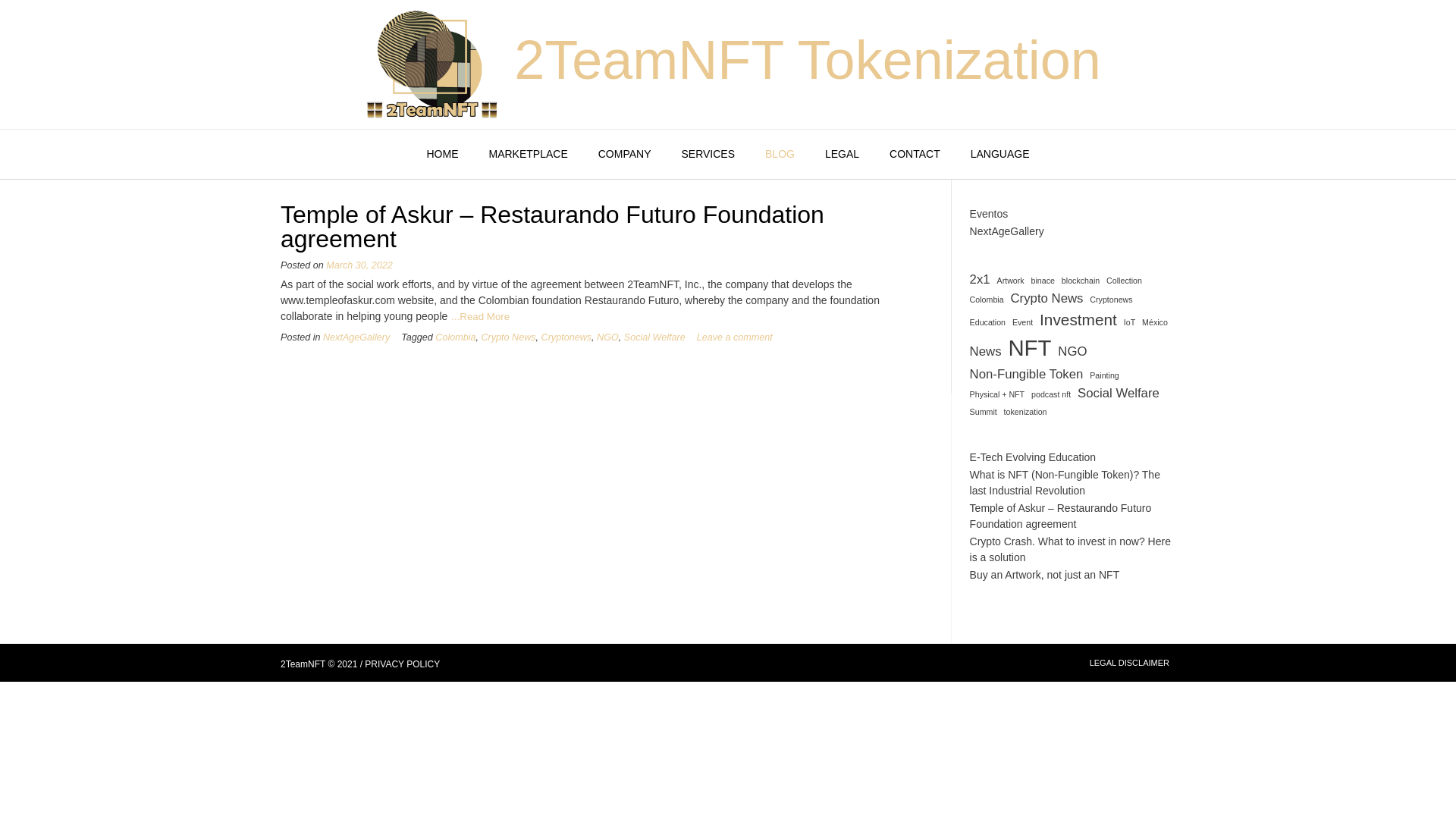 The image size is (1456, 819). Describe the element at coordinates (1050, 394) in the screenshot. I see `'podcast nft'` at that location.